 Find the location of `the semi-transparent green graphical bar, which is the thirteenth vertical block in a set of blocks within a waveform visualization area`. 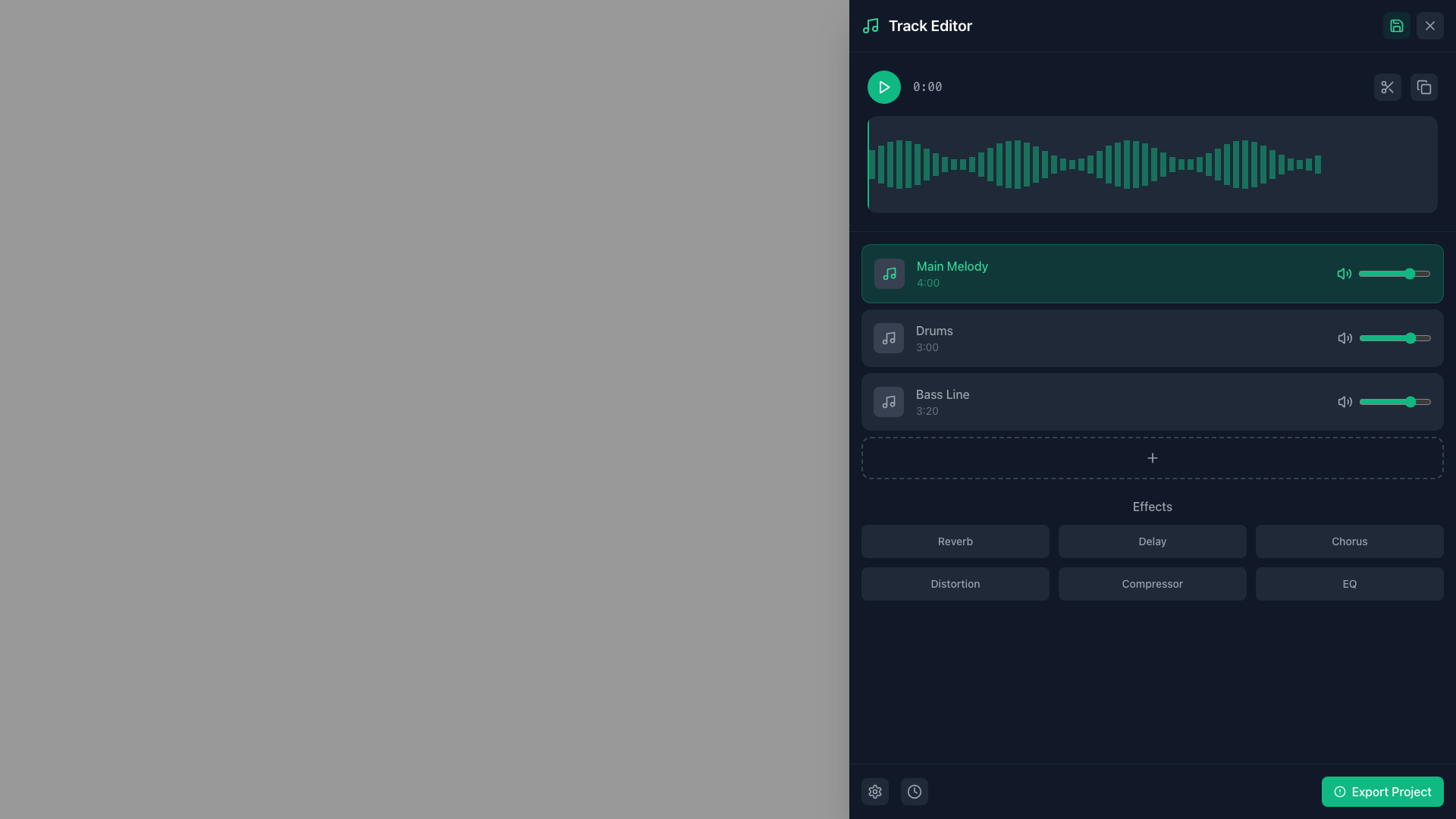

the semi-transparent green graphical bar, which is the thirteenth vertical block in a set of blocks within a waveform visualization area is located at coordinates (981, 164).